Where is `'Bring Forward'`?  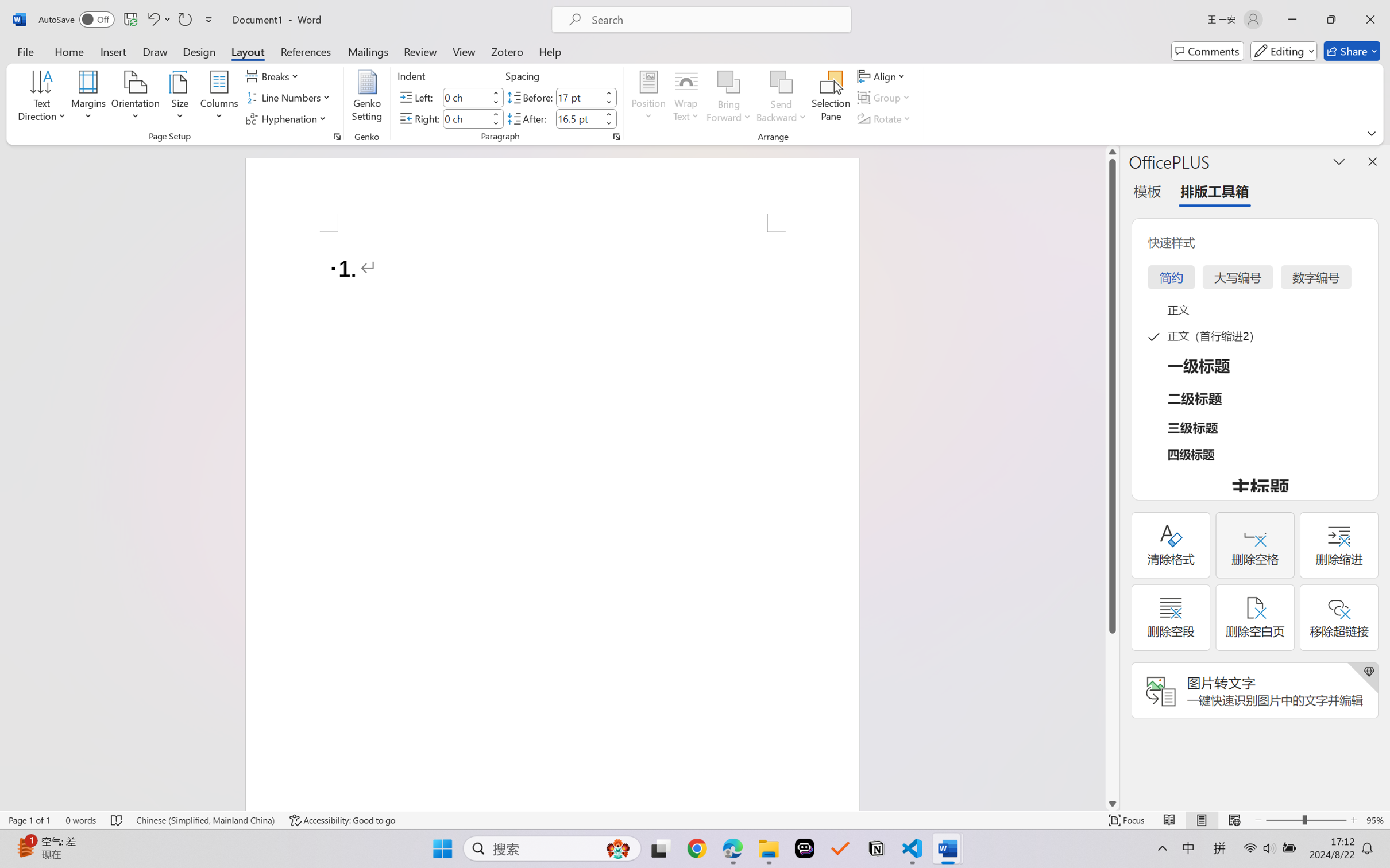
'Bring Forward' is located at coordinates (729, 82).